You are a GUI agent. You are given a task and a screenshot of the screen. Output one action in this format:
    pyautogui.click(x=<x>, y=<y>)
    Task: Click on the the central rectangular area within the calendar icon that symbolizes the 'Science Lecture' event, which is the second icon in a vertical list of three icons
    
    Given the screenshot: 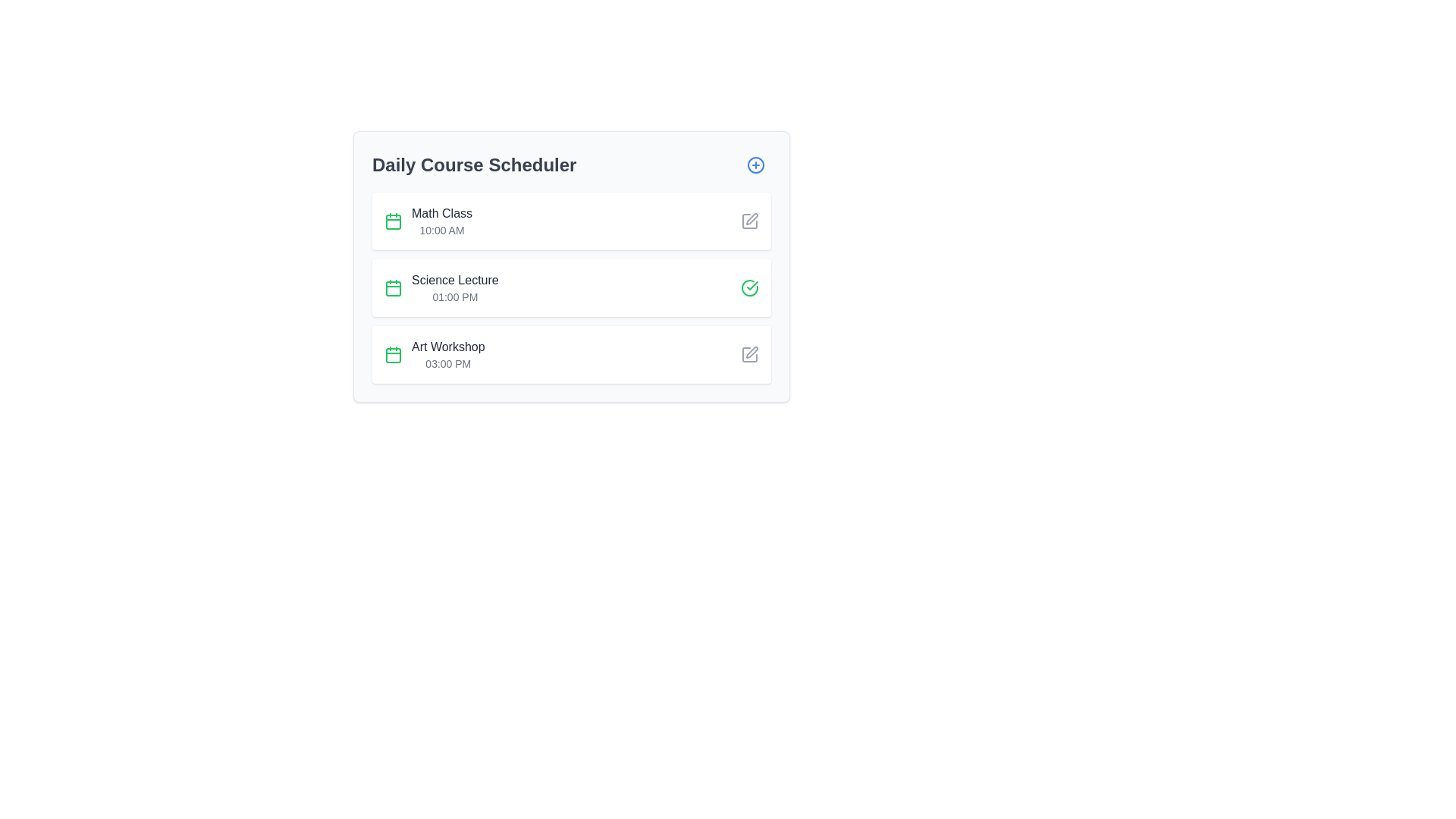 What is the action you would take?
    pyautogui.click(x=393, y=289)
    